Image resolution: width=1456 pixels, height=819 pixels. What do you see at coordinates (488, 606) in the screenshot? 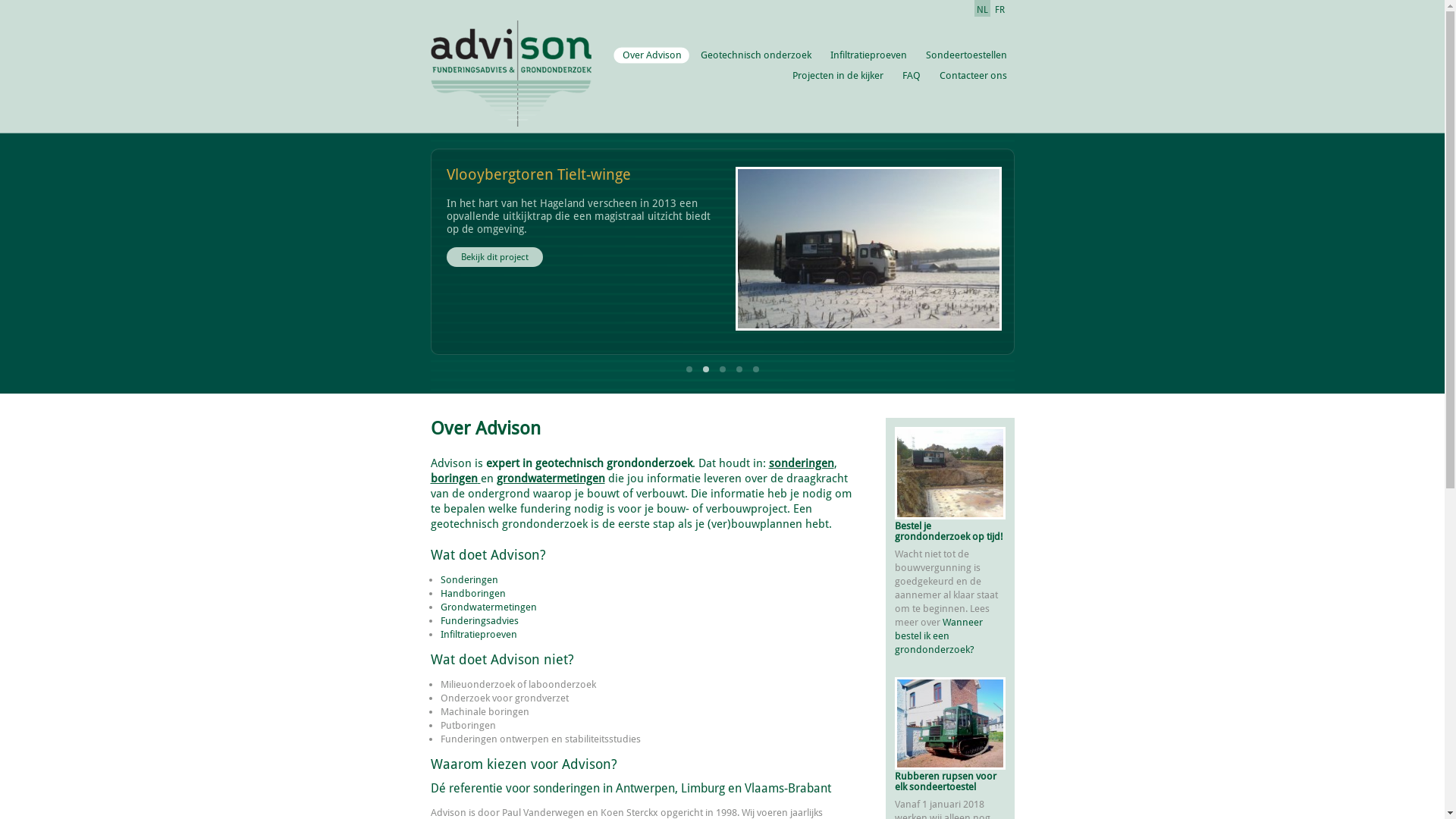
I see `'Grondwatermetingen'` at bounding box center [488, 606].